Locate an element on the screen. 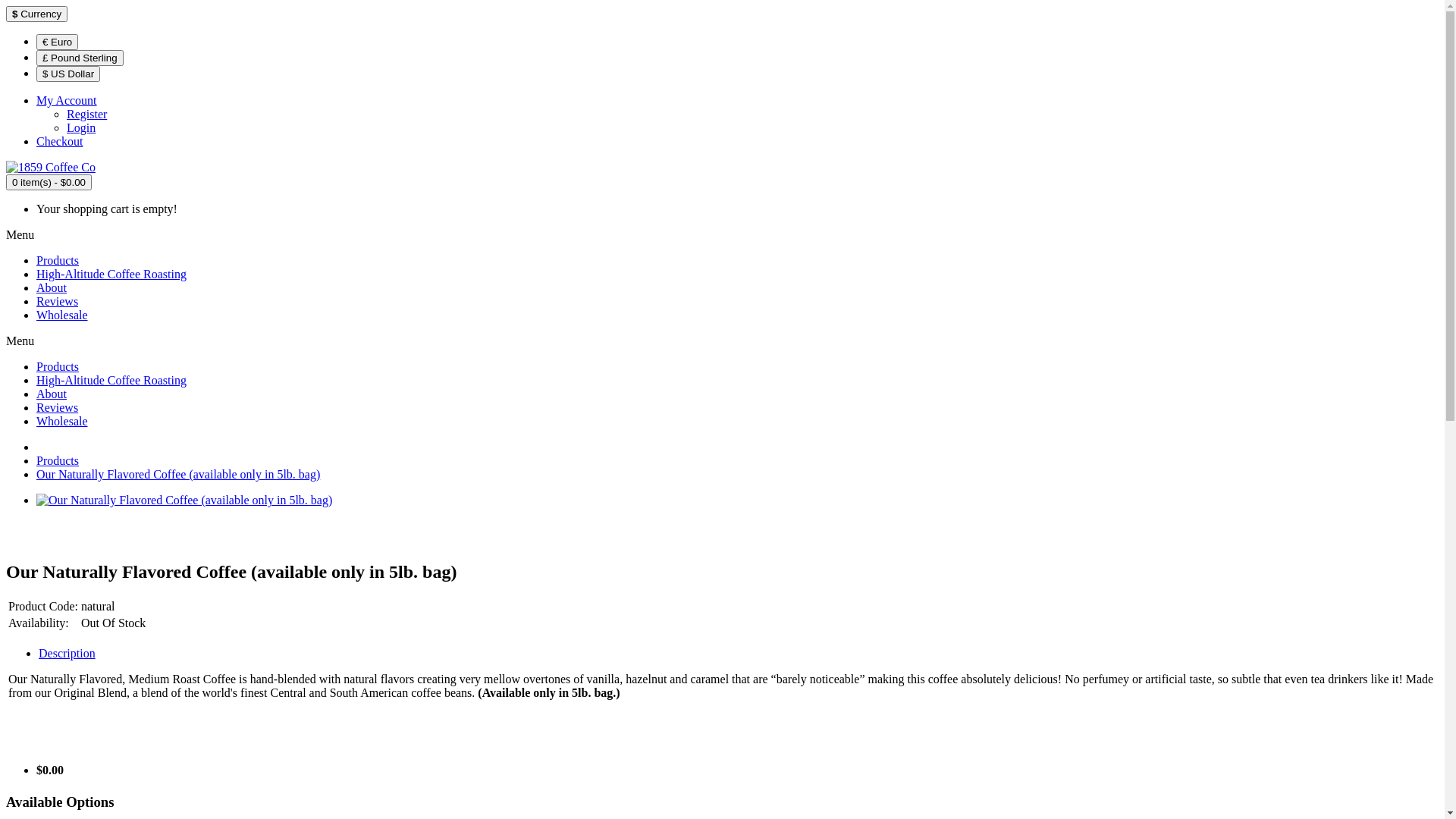 Image resolution: width=1456 pixels, height=819 pixels. 'About' is located at coordinates (51, 393).